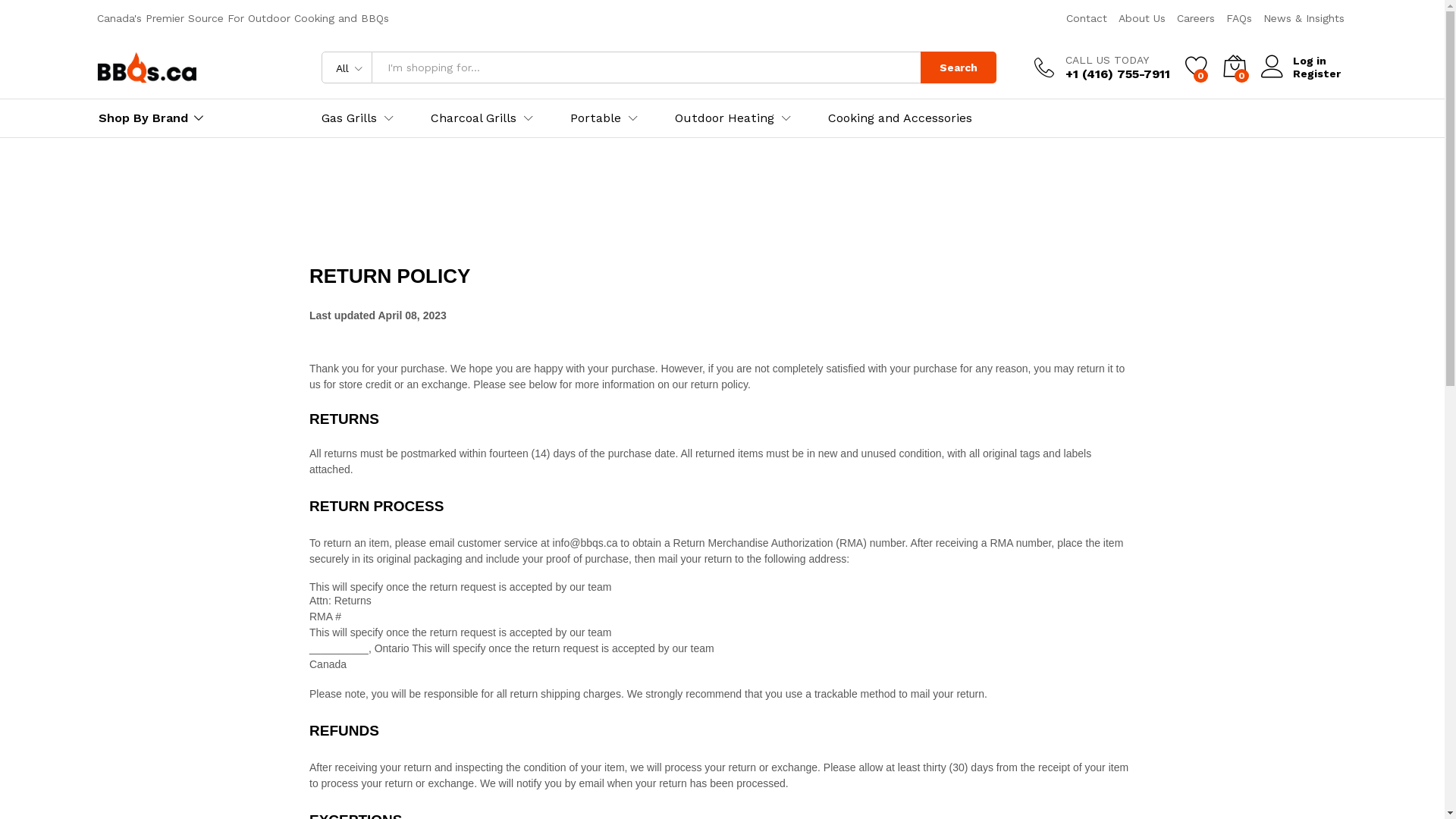  What do you see at coordinates (1195, 66) in the screenshot?
I see `'0'` at bounding box center [1195, 66].